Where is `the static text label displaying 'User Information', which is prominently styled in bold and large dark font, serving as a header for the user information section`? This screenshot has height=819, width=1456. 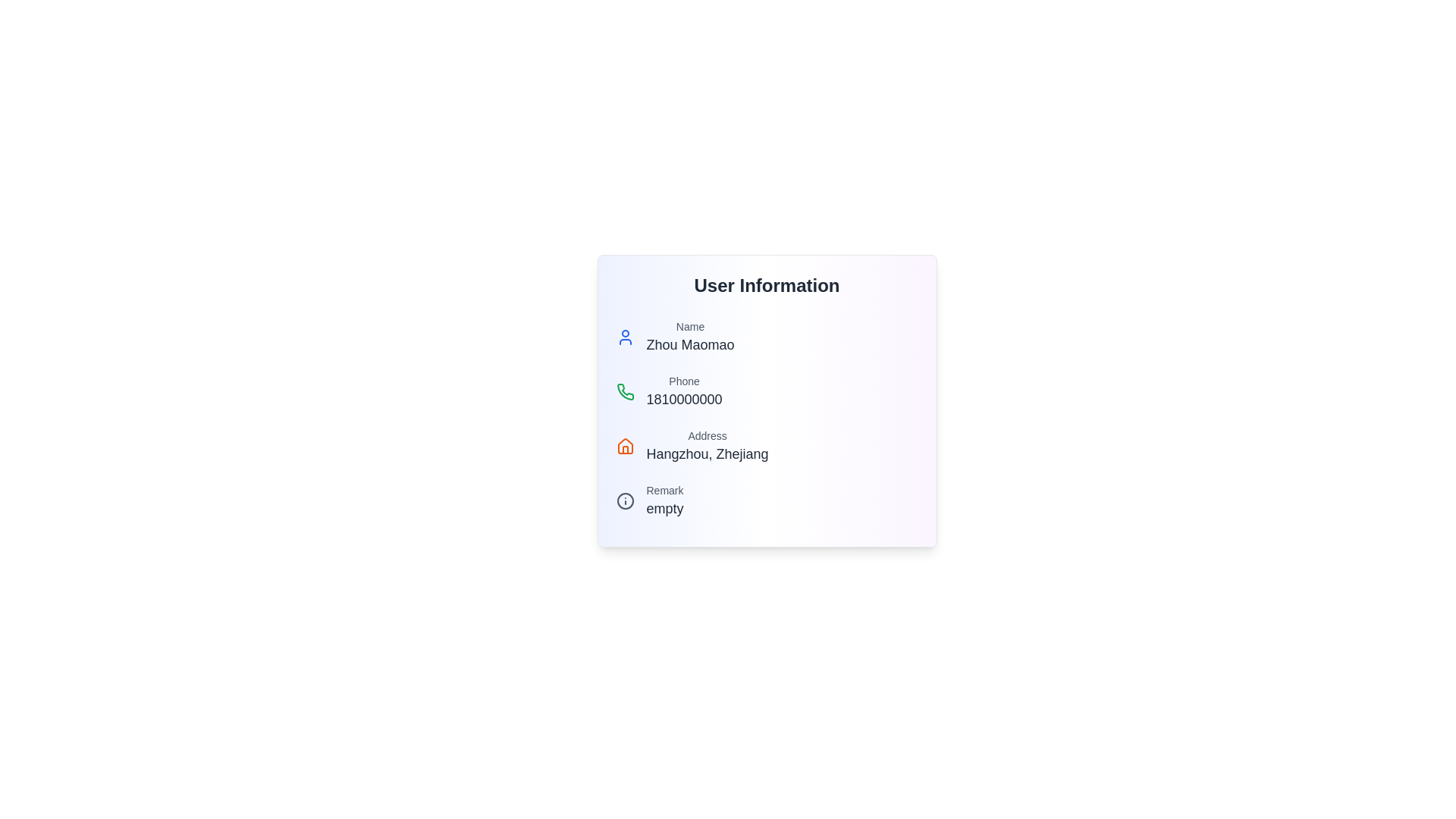 the static text label displaying 'User Information', which is prominently styled in bold and large dark font, serving as a header for the user information section is located at coordinates (767, 286).